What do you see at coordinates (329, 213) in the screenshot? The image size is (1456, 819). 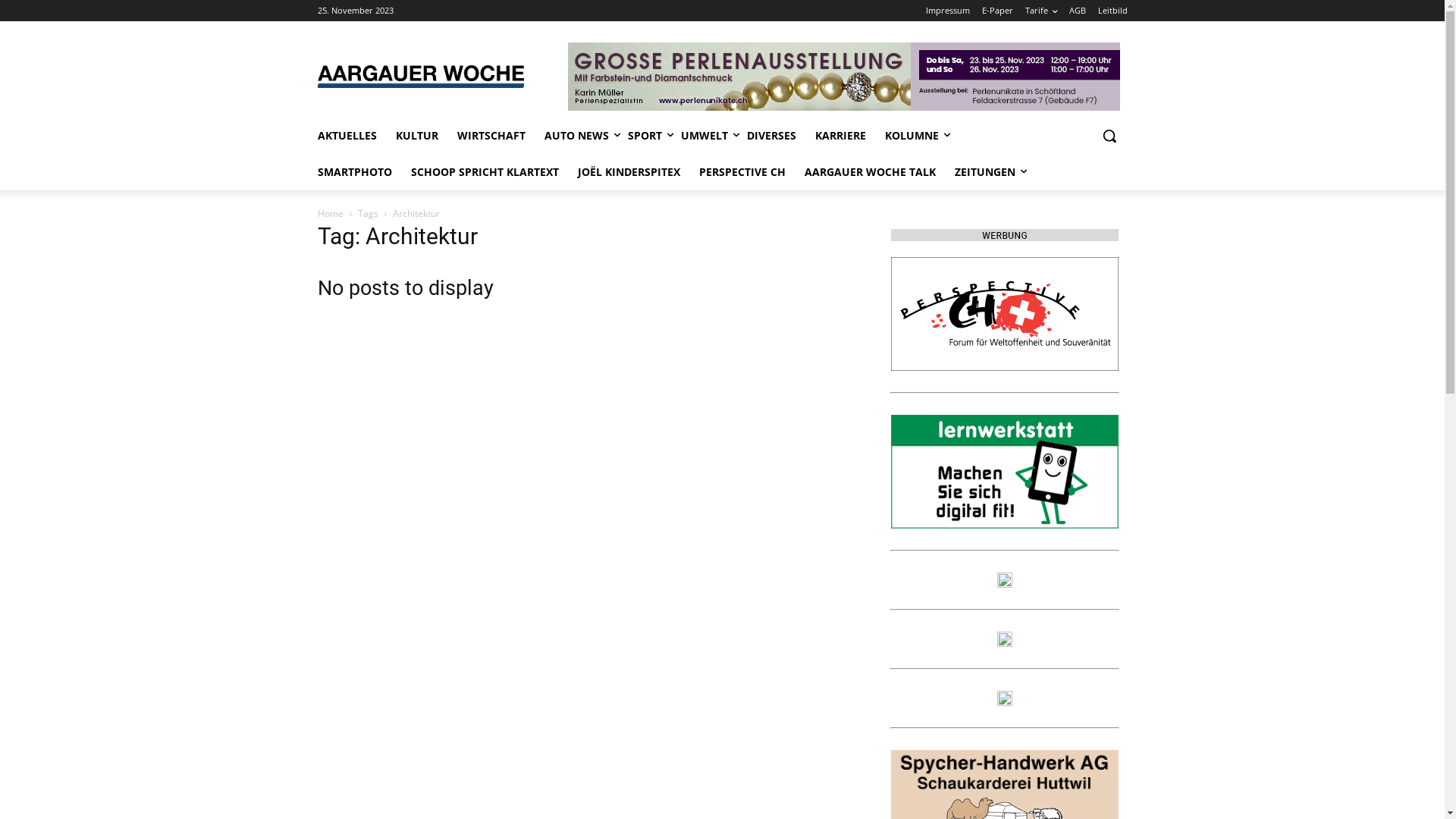 I see `'Home'` at bounding box center [329, 213].